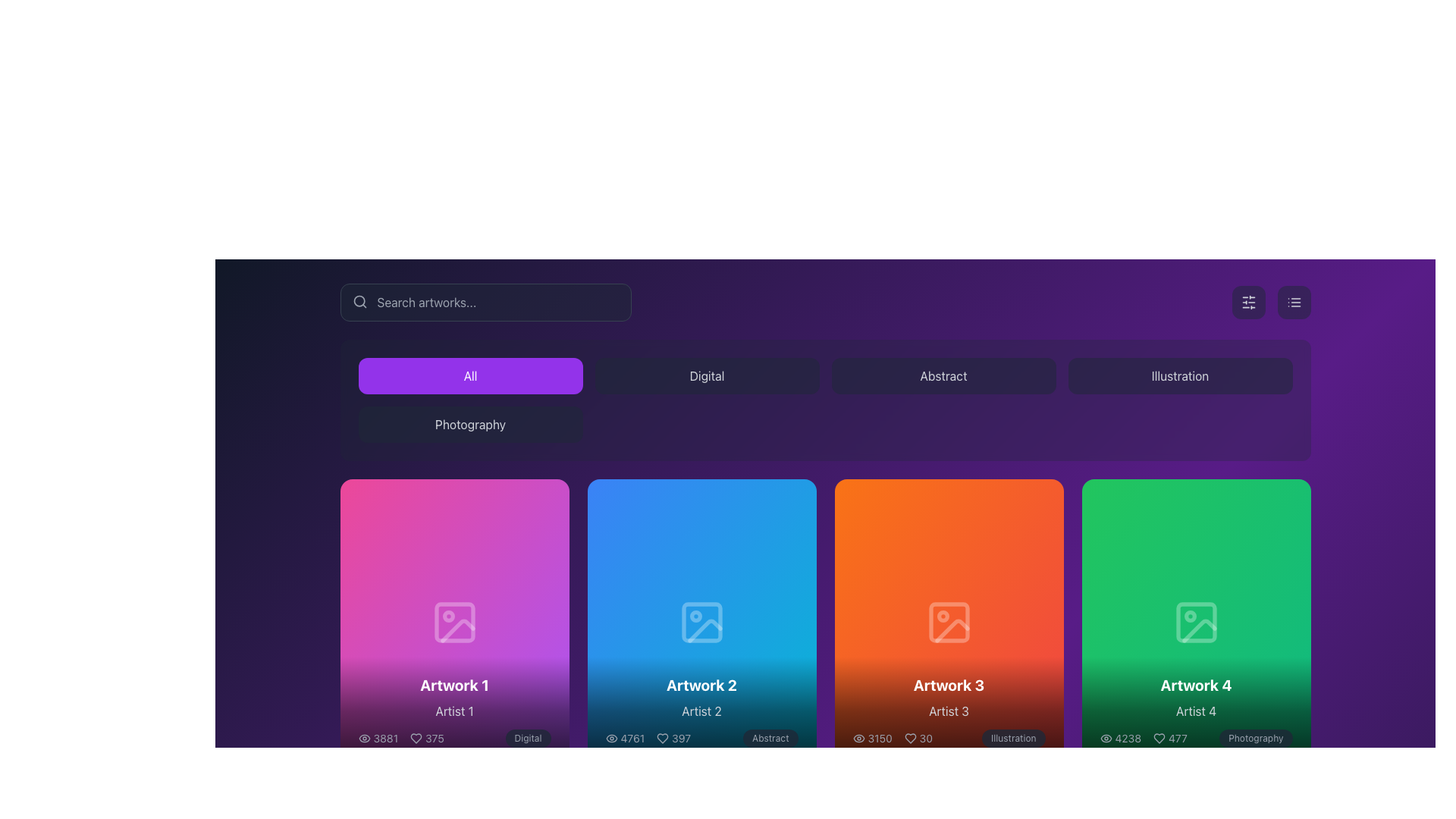 This screenshot has height=819, width=1456. I want to click on the heart-shaped icon for Artwork 2, located at the lower section of the card, to possibly see additional actions or animations, so click(663, 737).